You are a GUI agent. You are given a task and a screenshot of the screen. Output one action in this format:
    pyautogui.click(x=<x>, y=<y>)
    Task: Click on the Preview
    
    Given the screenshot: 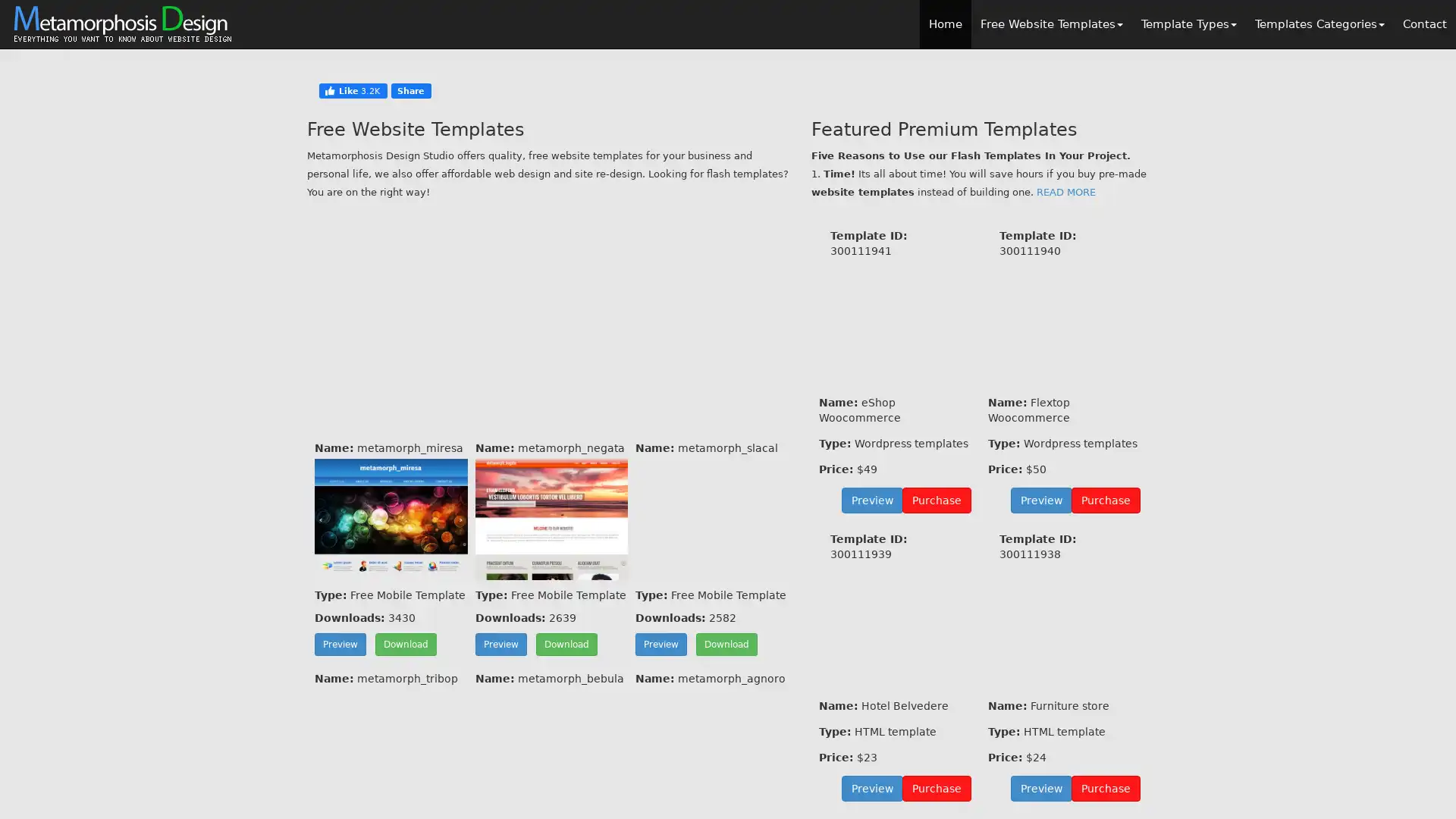 What is the action you would take?
    pyautogui.click(x=872, y=500)
    